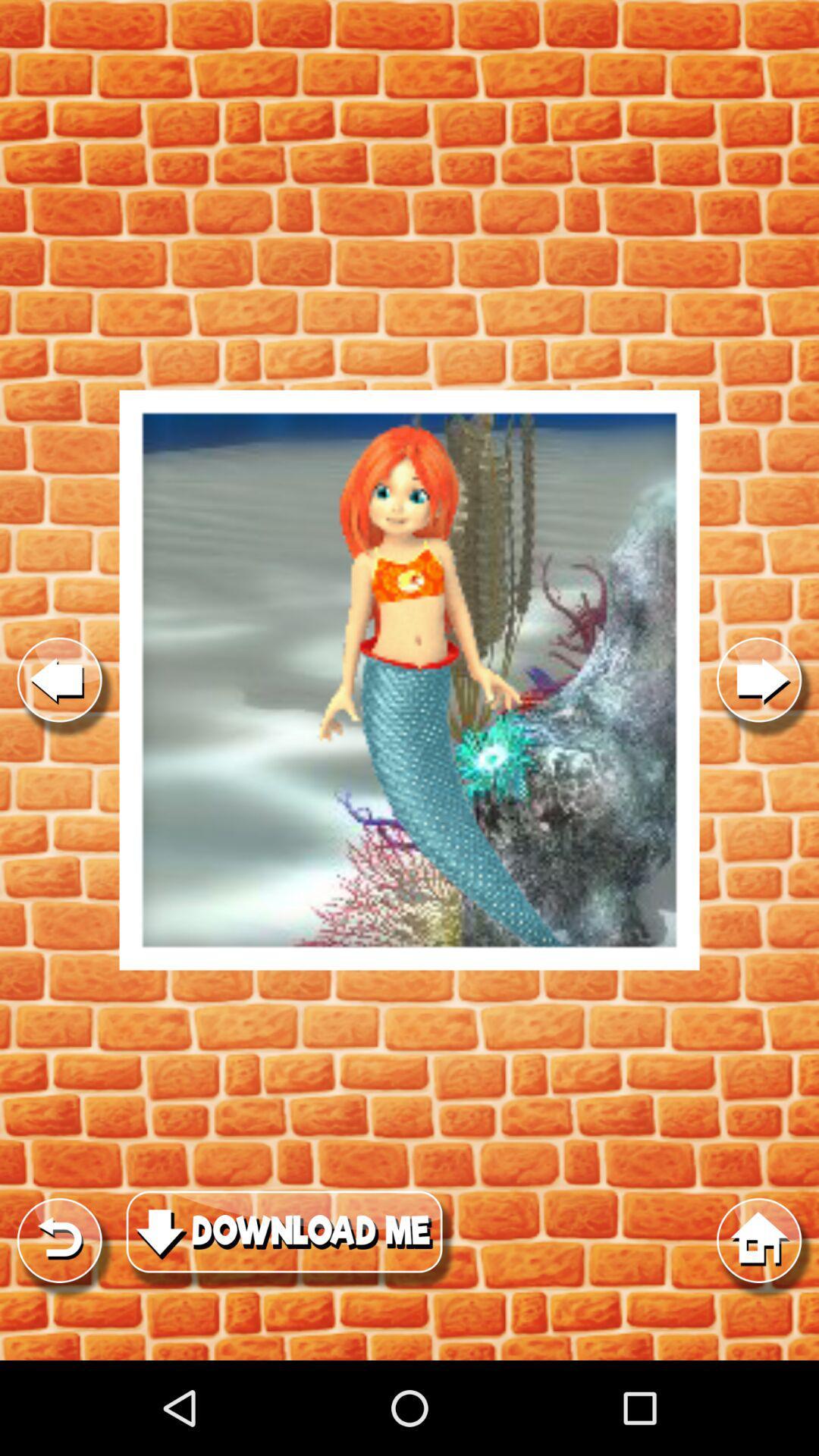 This screenshot has height=1456, width=819. What do you see at coordinates (291, 1241) in the screenshot?
I see `download content` at bounding box center [291, 1241].